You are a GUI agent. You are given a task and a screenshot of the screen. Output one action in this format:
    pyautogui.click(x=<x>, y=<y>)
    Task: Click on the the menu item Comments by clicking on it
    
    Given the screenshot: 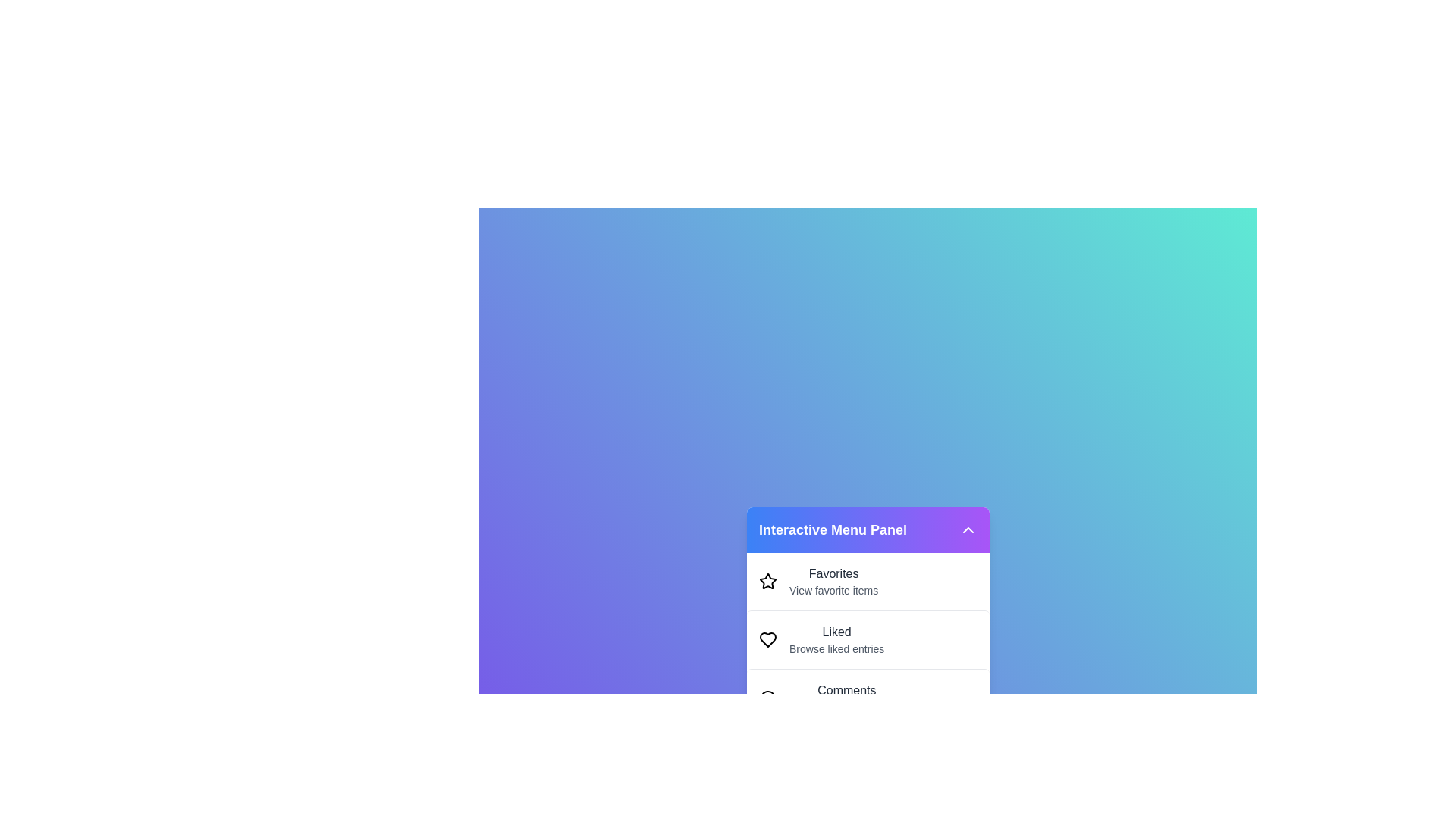 What is the action you would take?
    pyautogui.click(x=868, y=698)
    